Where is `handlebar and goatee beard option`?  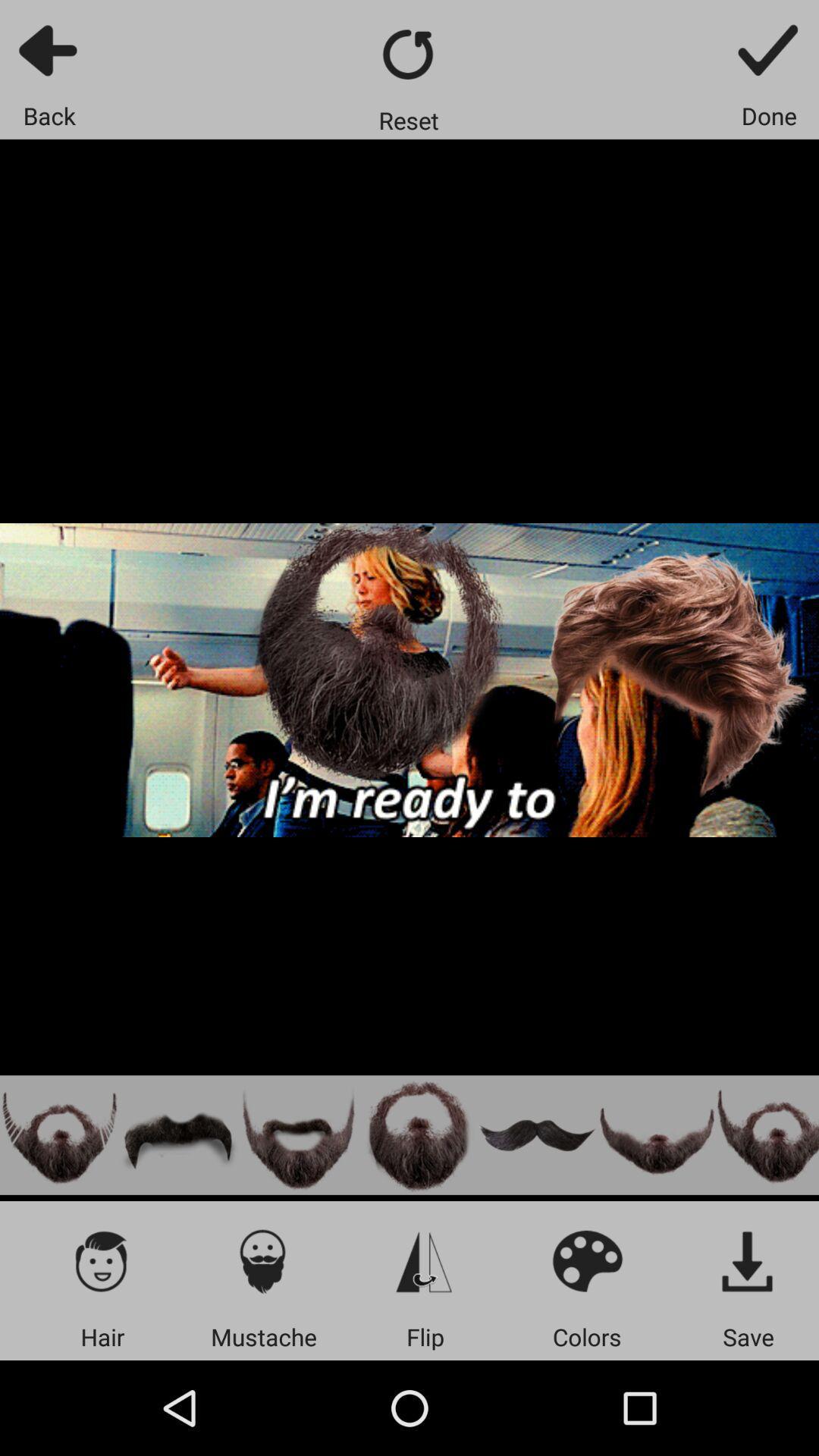 handlebar and goatee beard option is located at coordinates (298, 1135).